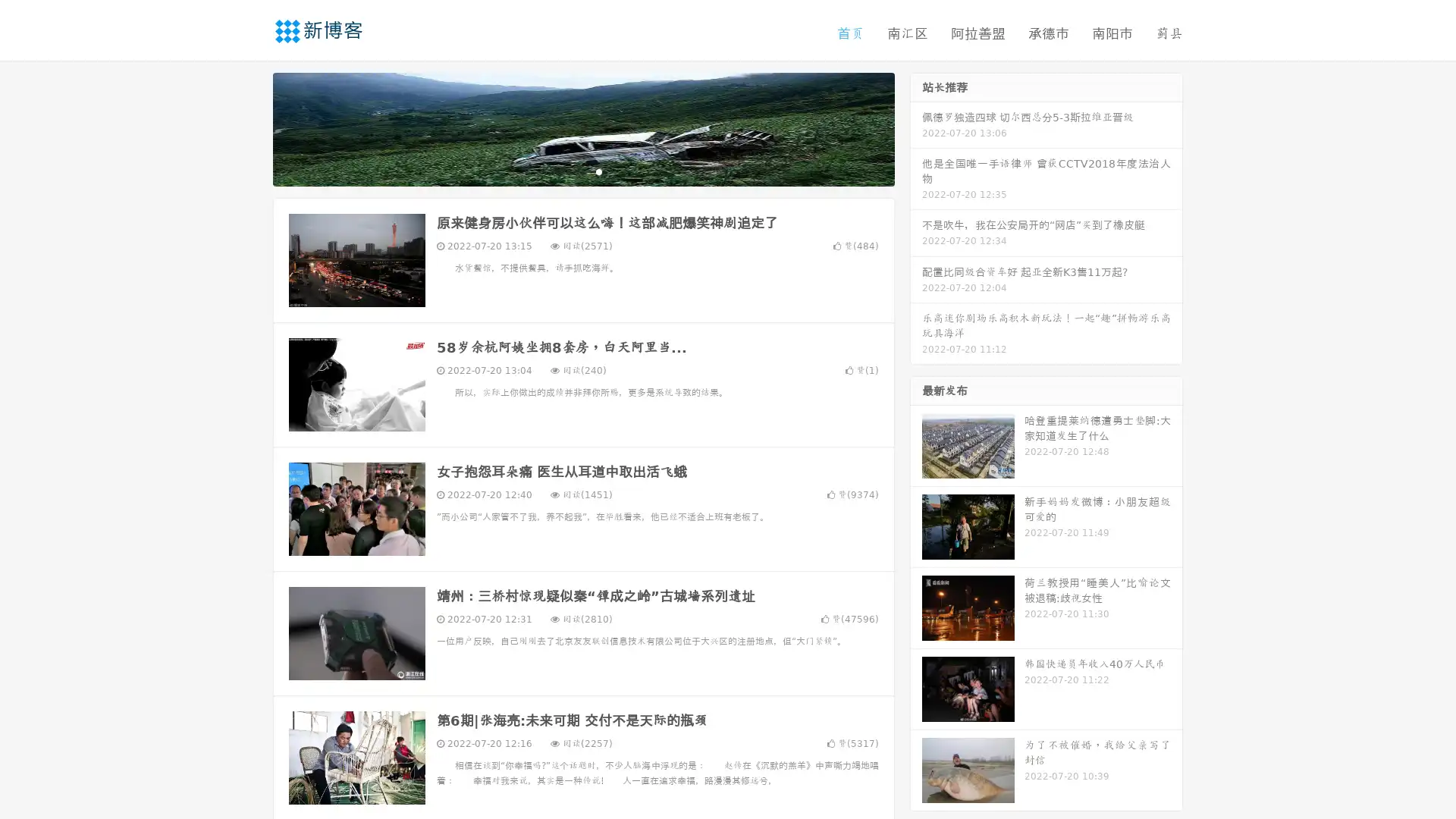 This screenshot has height=819, width=1456. I want to click on Go to slide 2, so click(582, 171).